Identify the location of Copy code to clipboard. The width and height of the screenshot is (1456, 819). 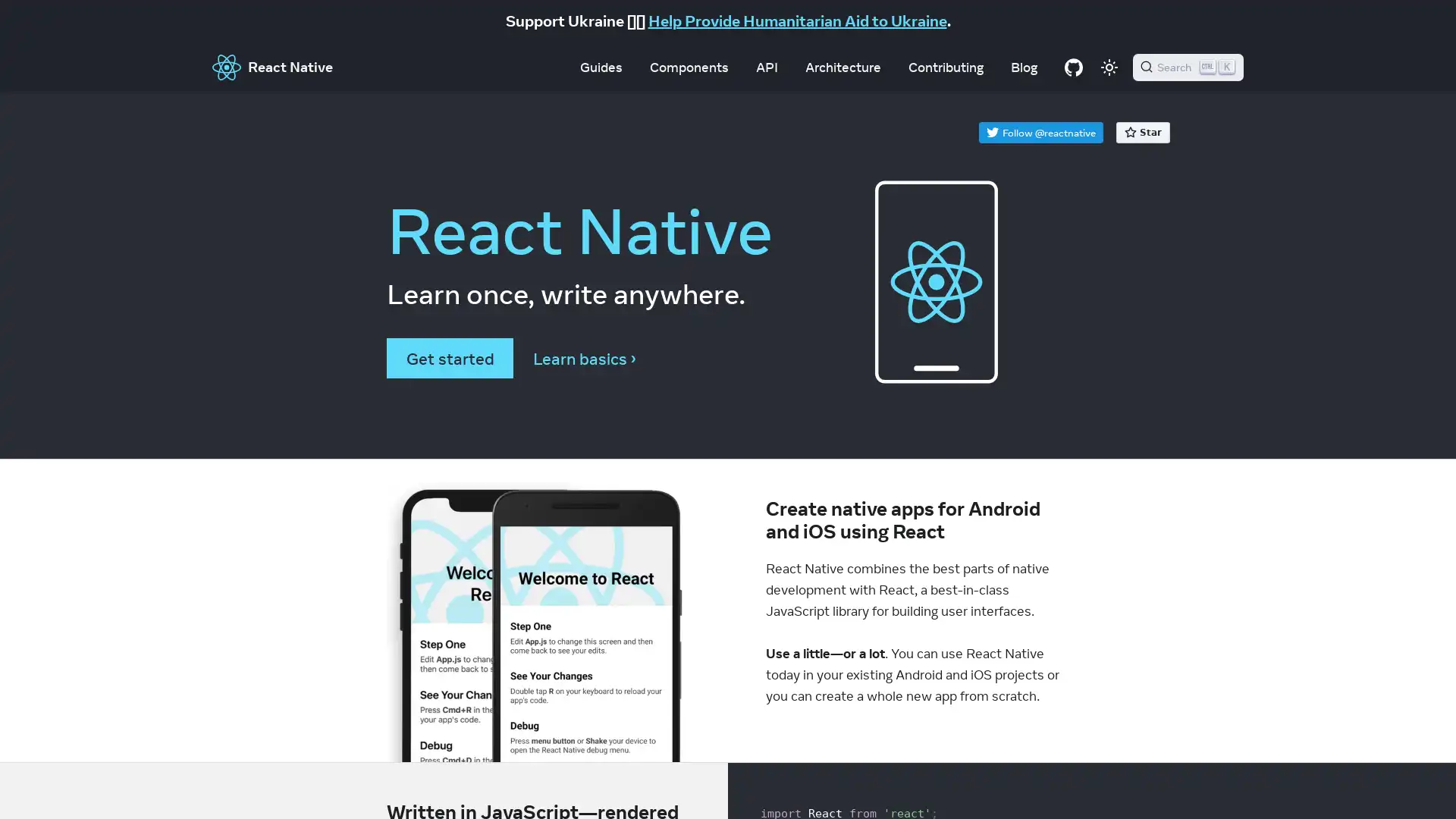
(1048, 782).